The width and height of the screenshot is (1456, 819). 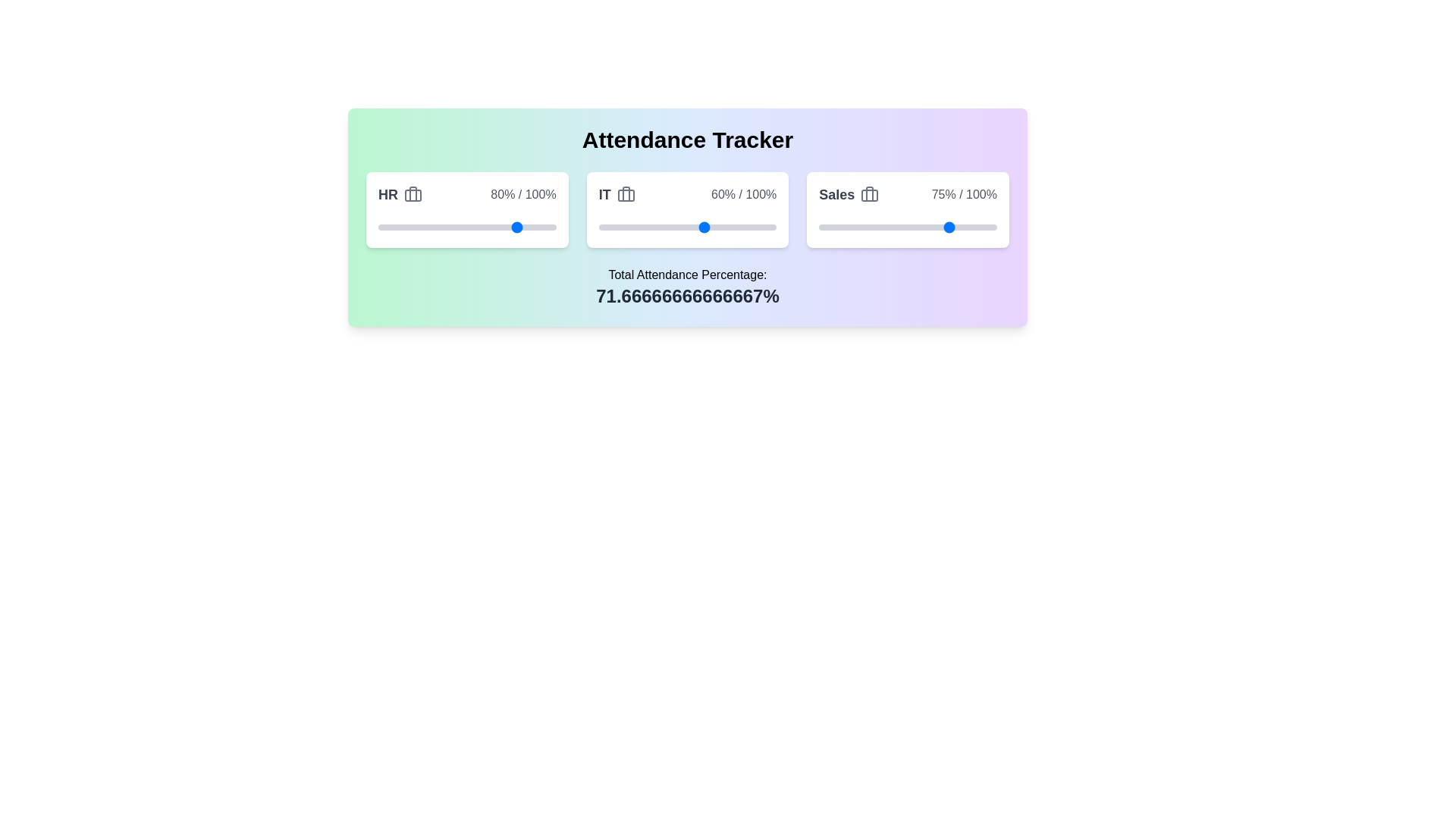 I want to click on HR attendance percentage, so click(x=513, y=227).